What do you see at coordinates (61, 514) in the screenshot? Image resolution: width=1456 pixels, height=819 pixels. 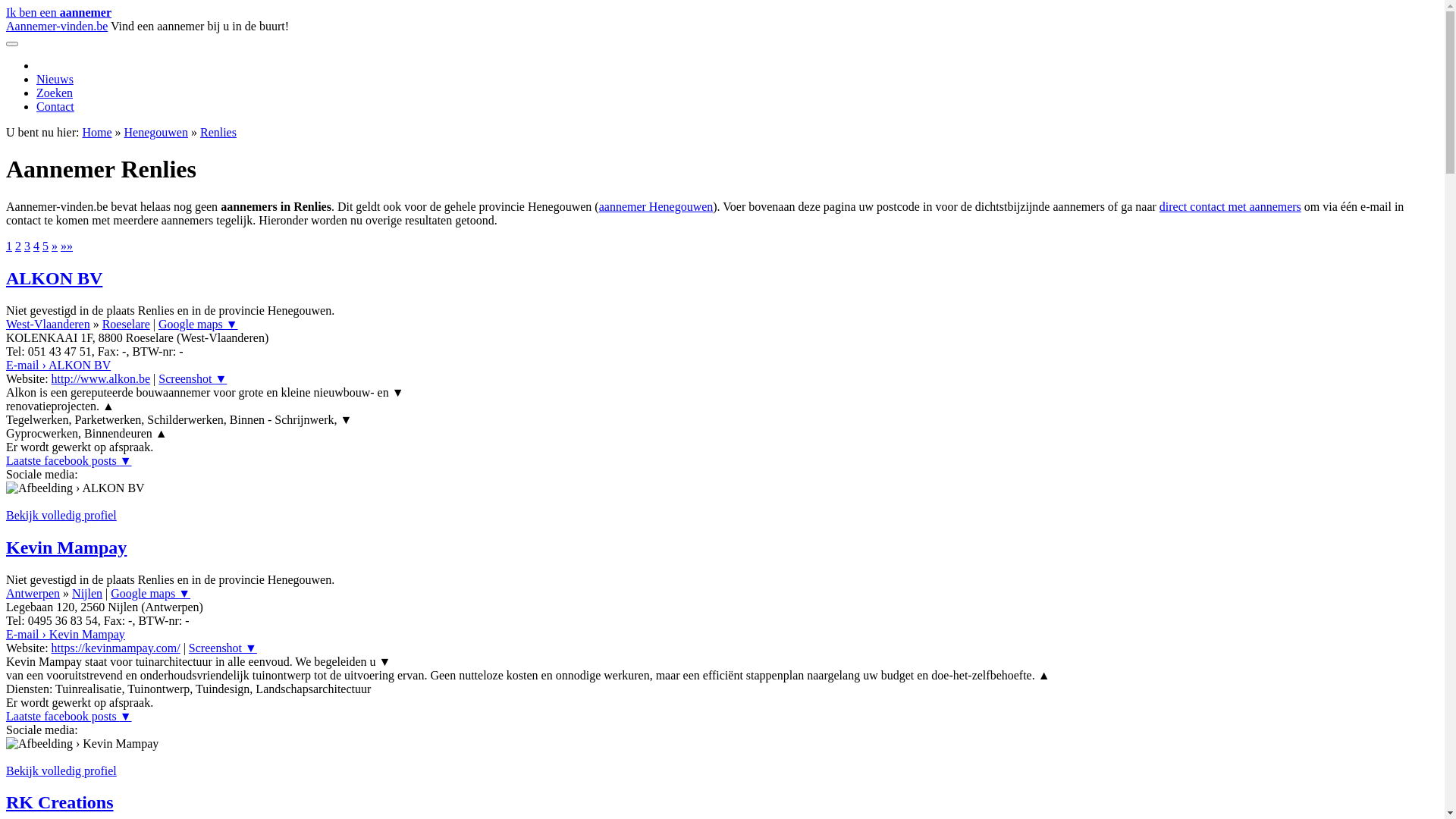 I see `'Bekijk volledig profiel'` at bounding box center [61, 514].